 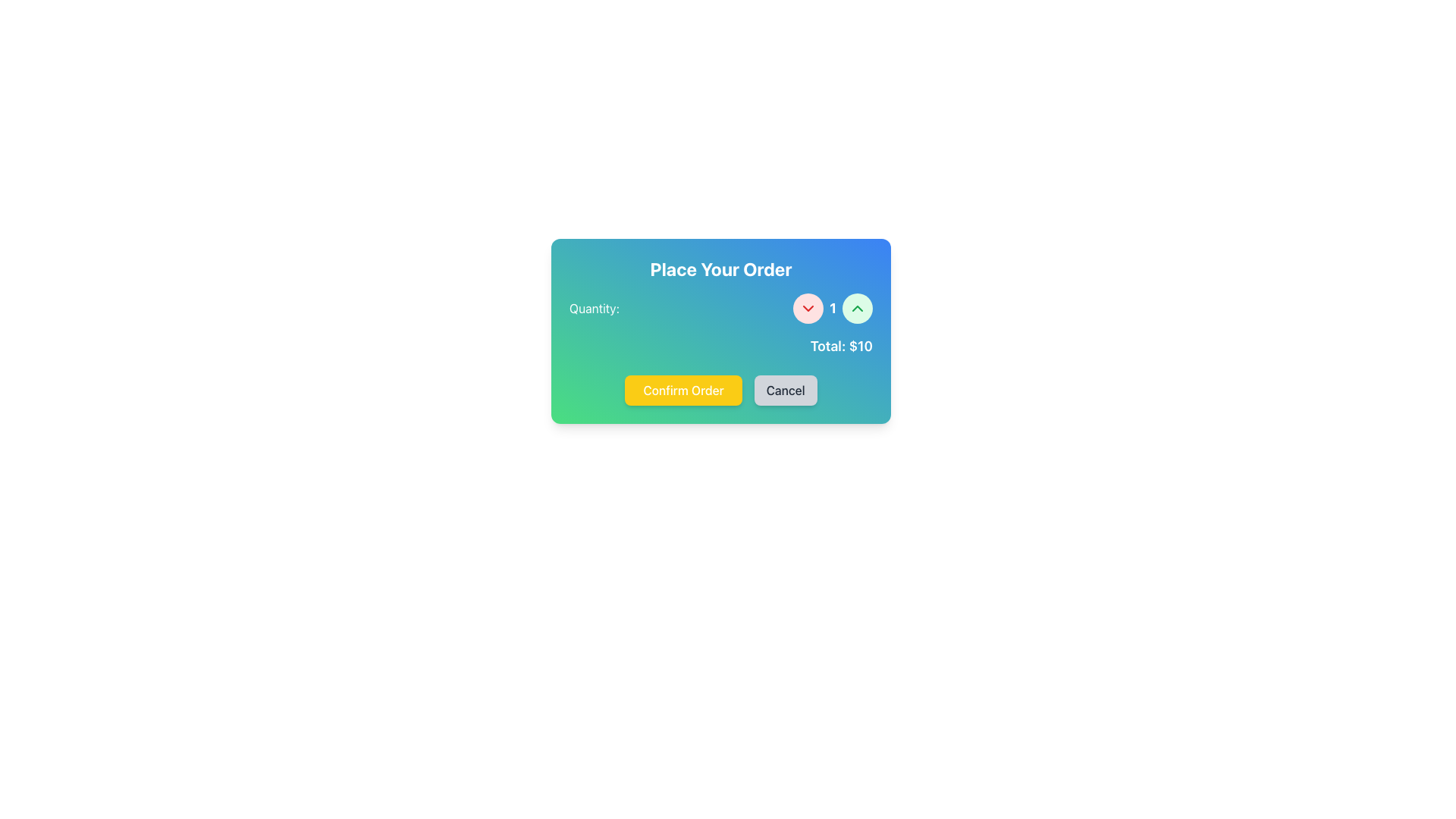 What do you see at coordinates (808, 308) in the screenshot?
I see `the decrement icon located within the circular button to the right of the numeric input field labeled '1' to decrease the quantity` at bounding box center [808, 308].